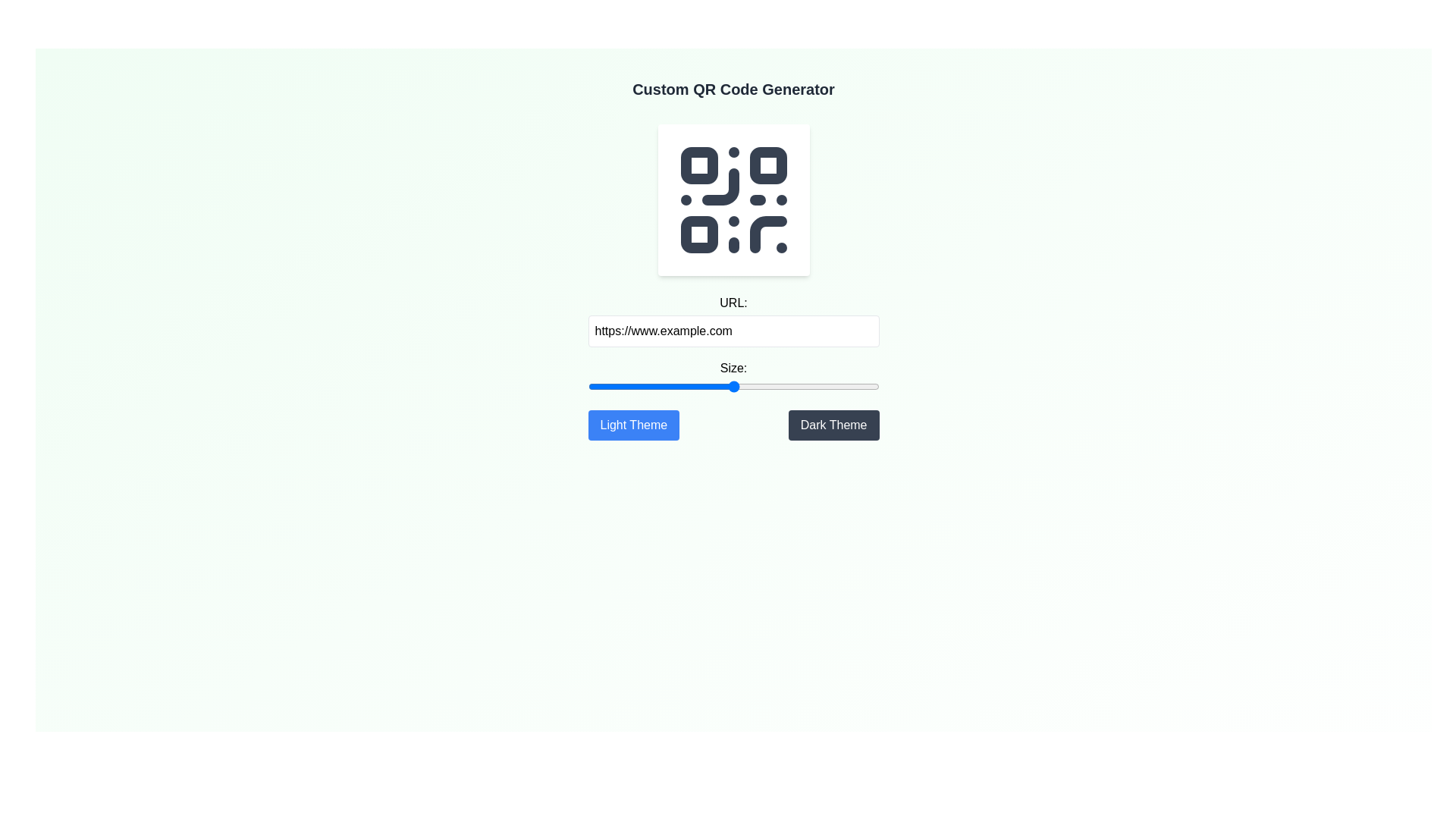 This screenshot has height=819, width=1456. Describe the element at coordinates (679, 385) in the screenshot. I see `the slider value` at that location.